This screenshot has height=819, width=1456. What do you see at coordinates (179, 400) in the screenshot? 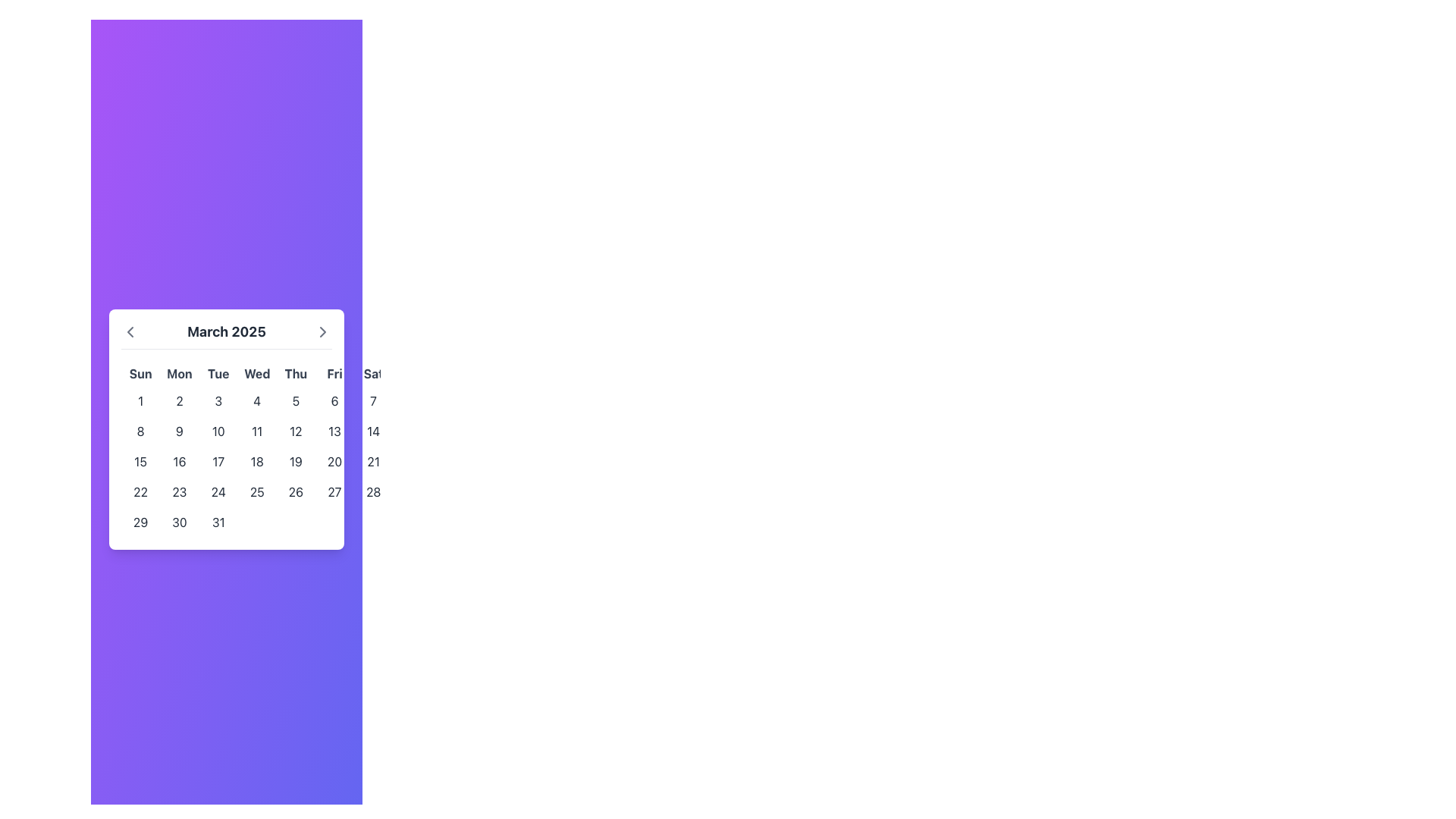
I see `the button labeled '2' which is the second button in a horizontal arrangement within the calendar interface below the 'March 2025' heading` at bounding box center [179, 400].